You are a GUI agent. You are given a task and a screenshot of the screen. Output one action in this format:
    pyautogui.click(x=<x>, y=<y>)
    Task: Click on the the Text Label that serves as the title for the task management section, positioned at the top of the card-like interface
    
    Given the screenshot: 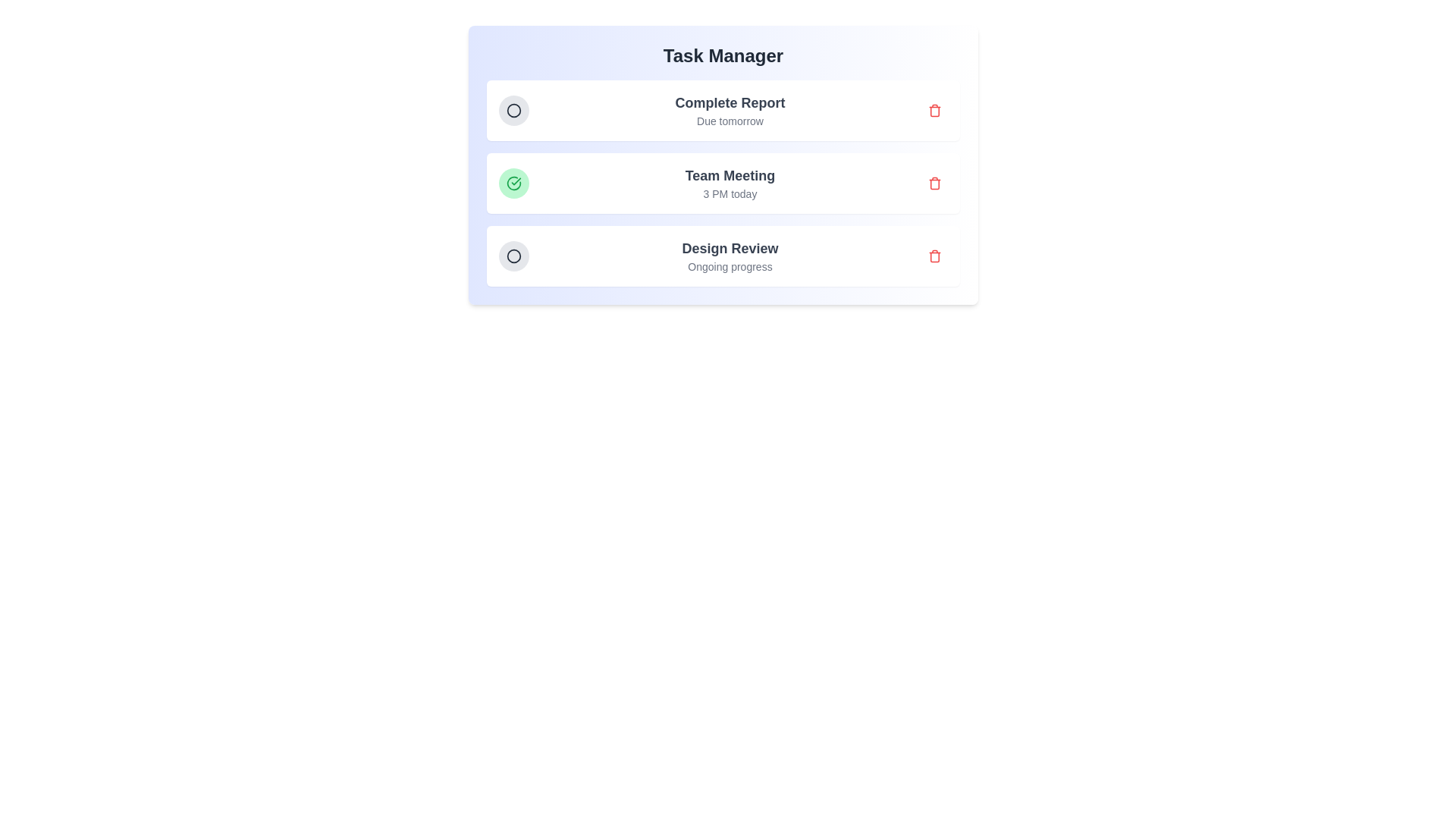 What is the action you would take?
    pyautogui.click(x=723, y=55)
    